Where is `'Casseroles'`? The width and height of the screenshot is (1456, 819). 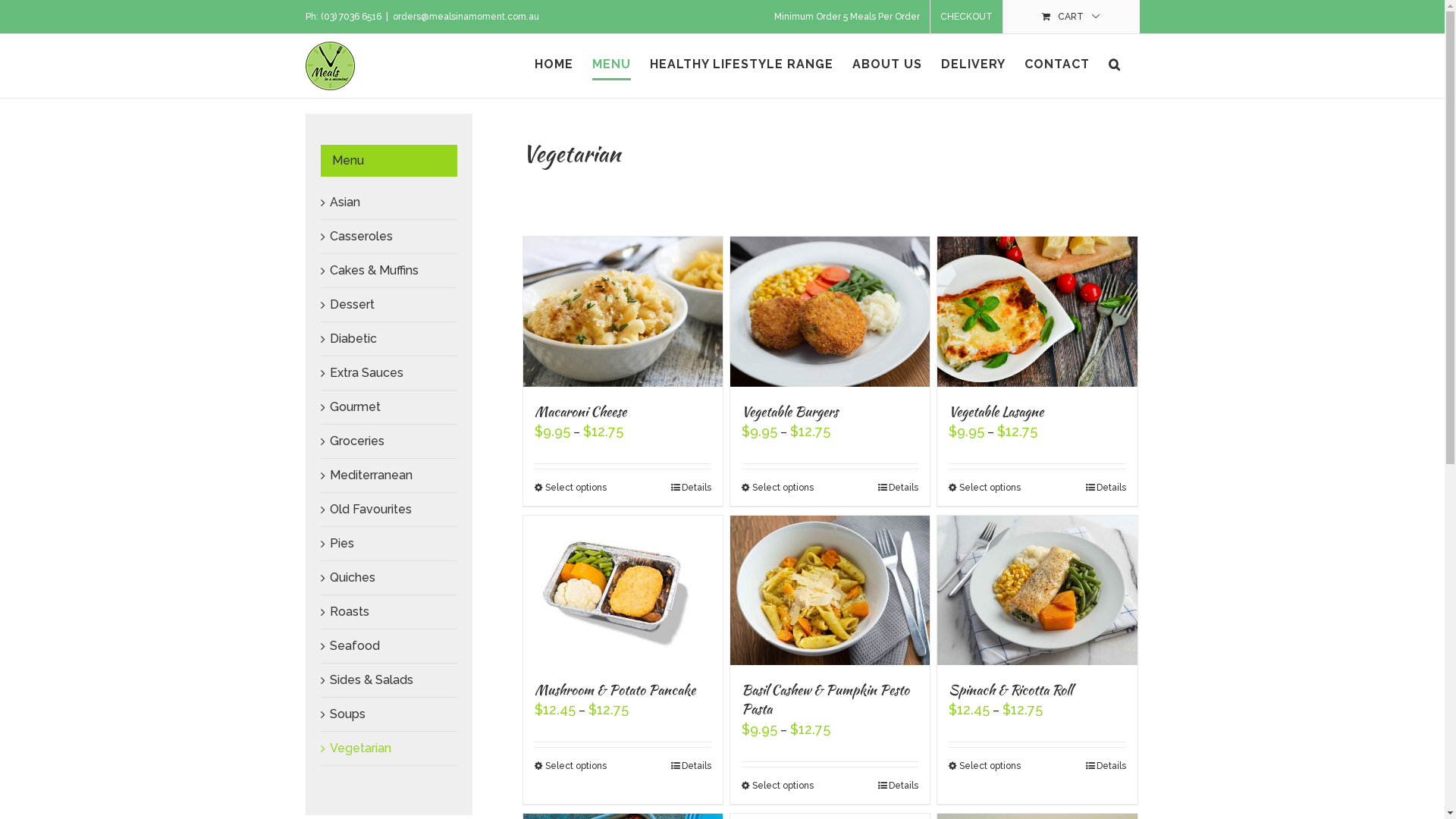
'Casseroles' is located at coordinates (359, 236).